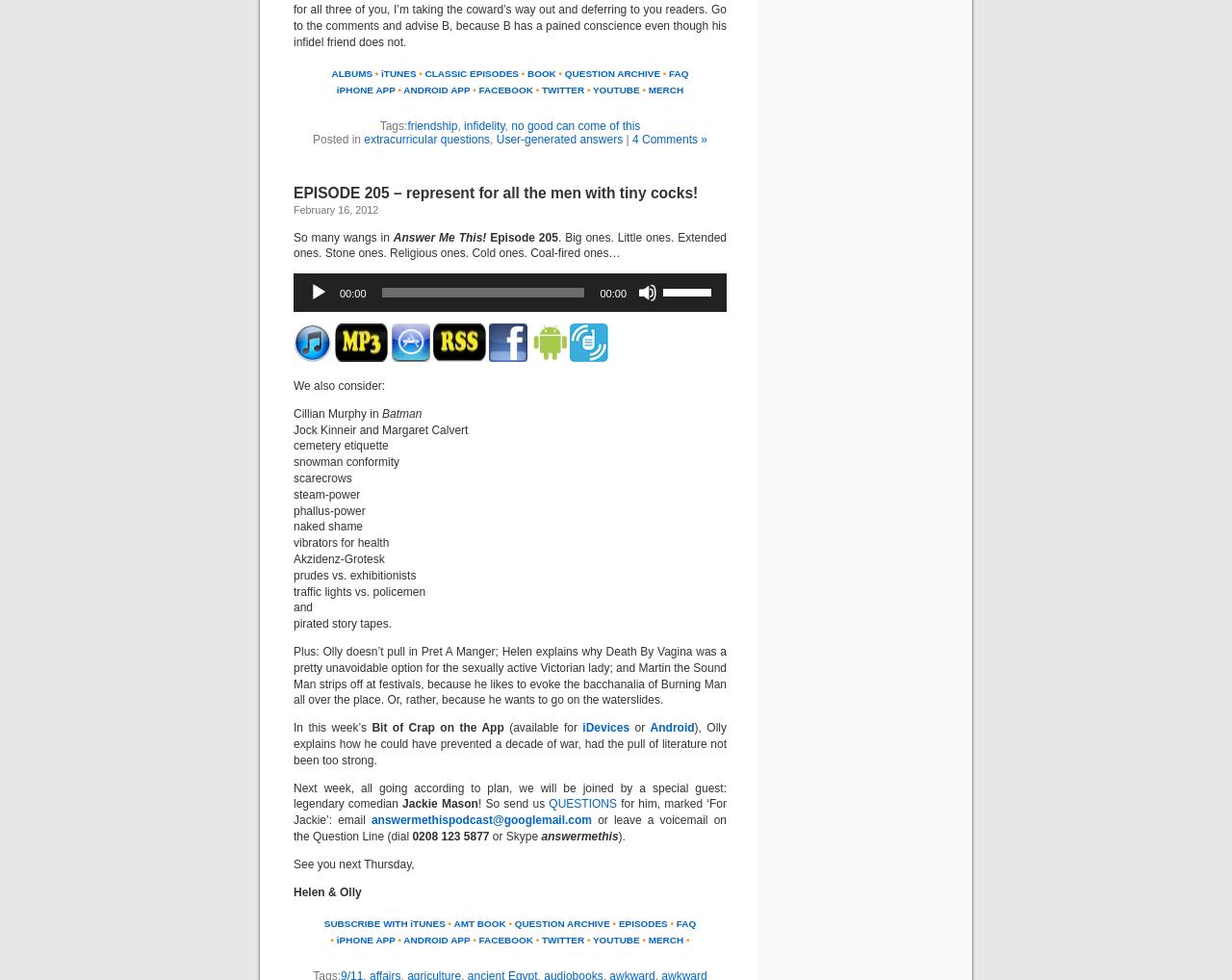 The image size is (1232, 980). Describe the element at coordinates (577, 836) in the screenshot. I see `'answermethis'` at that location.